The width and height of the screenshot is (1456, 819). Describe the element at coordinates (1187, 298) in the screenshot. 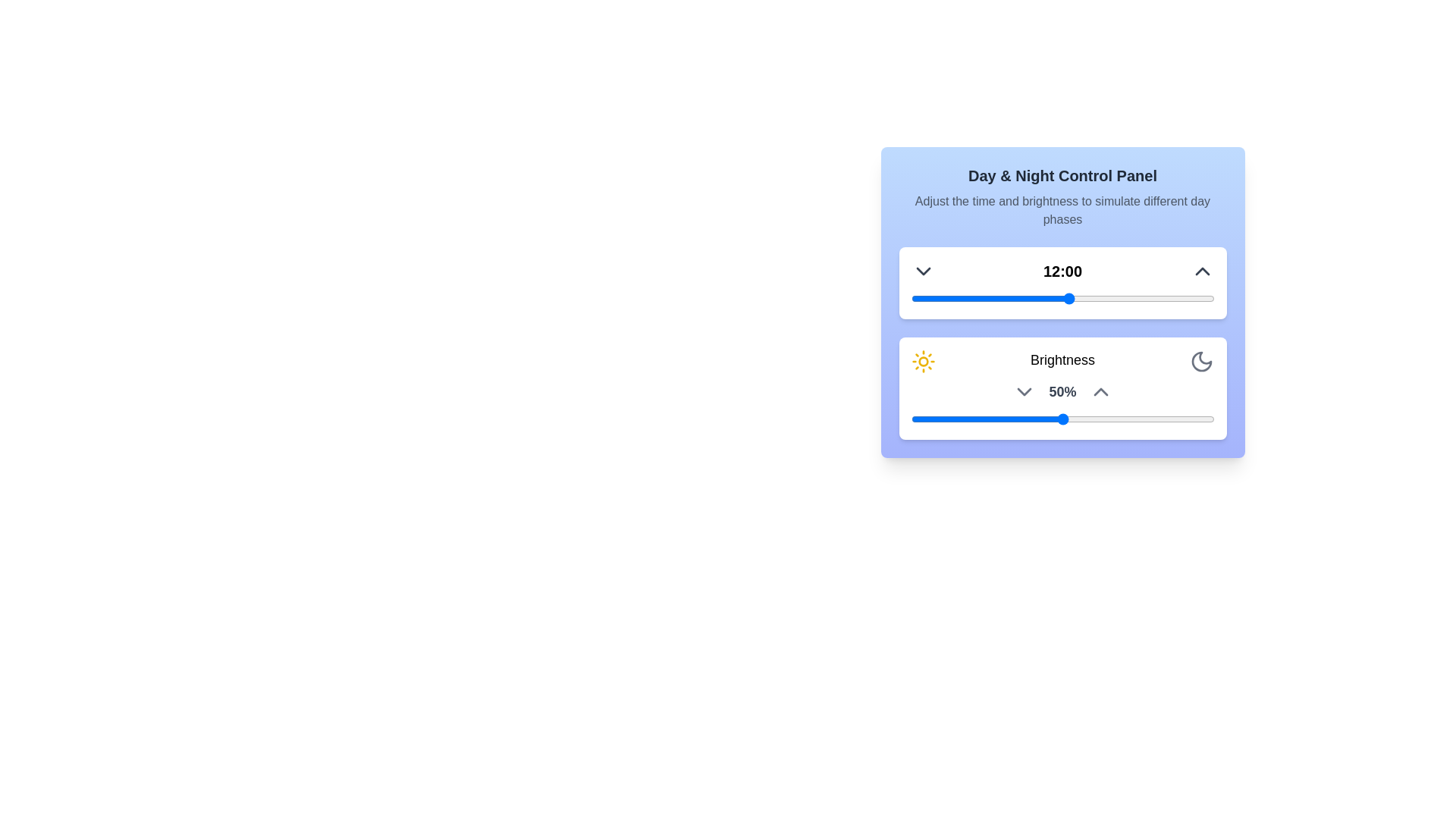

I see `time` at that location.